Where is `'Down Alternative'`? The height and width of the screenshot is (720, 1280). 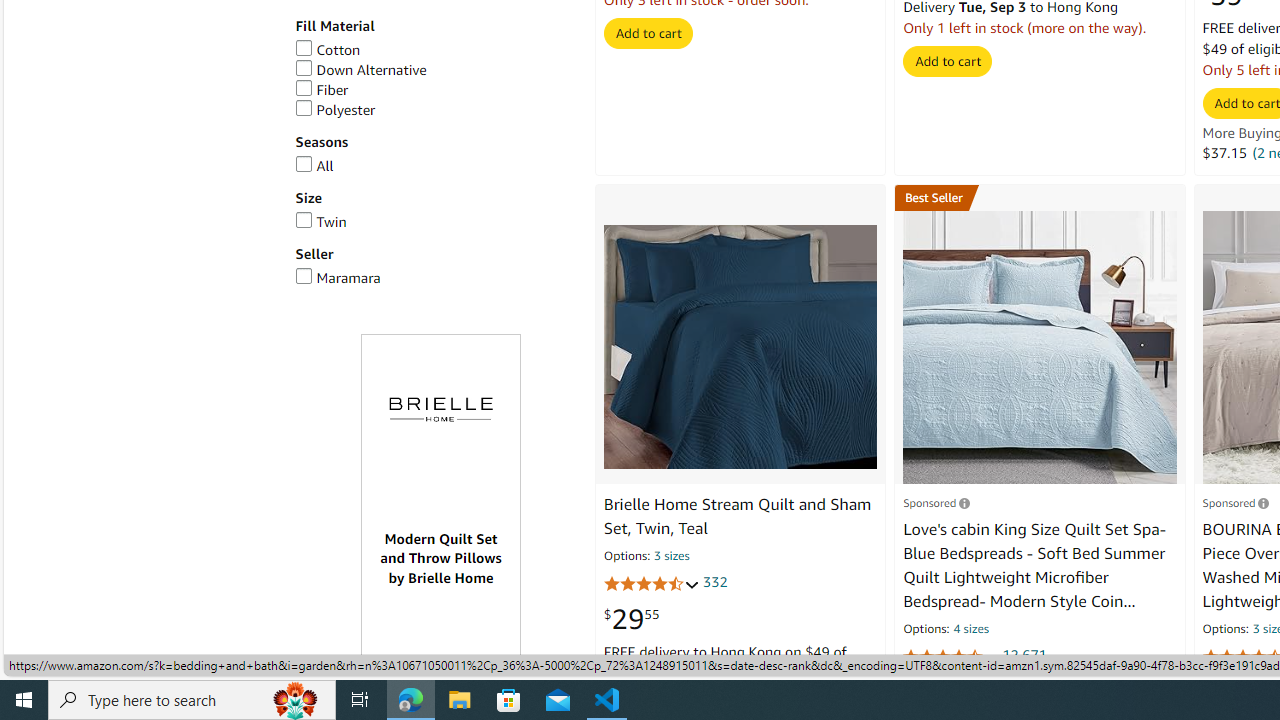
'Down Alternative' is located at coordinates (360, 68).